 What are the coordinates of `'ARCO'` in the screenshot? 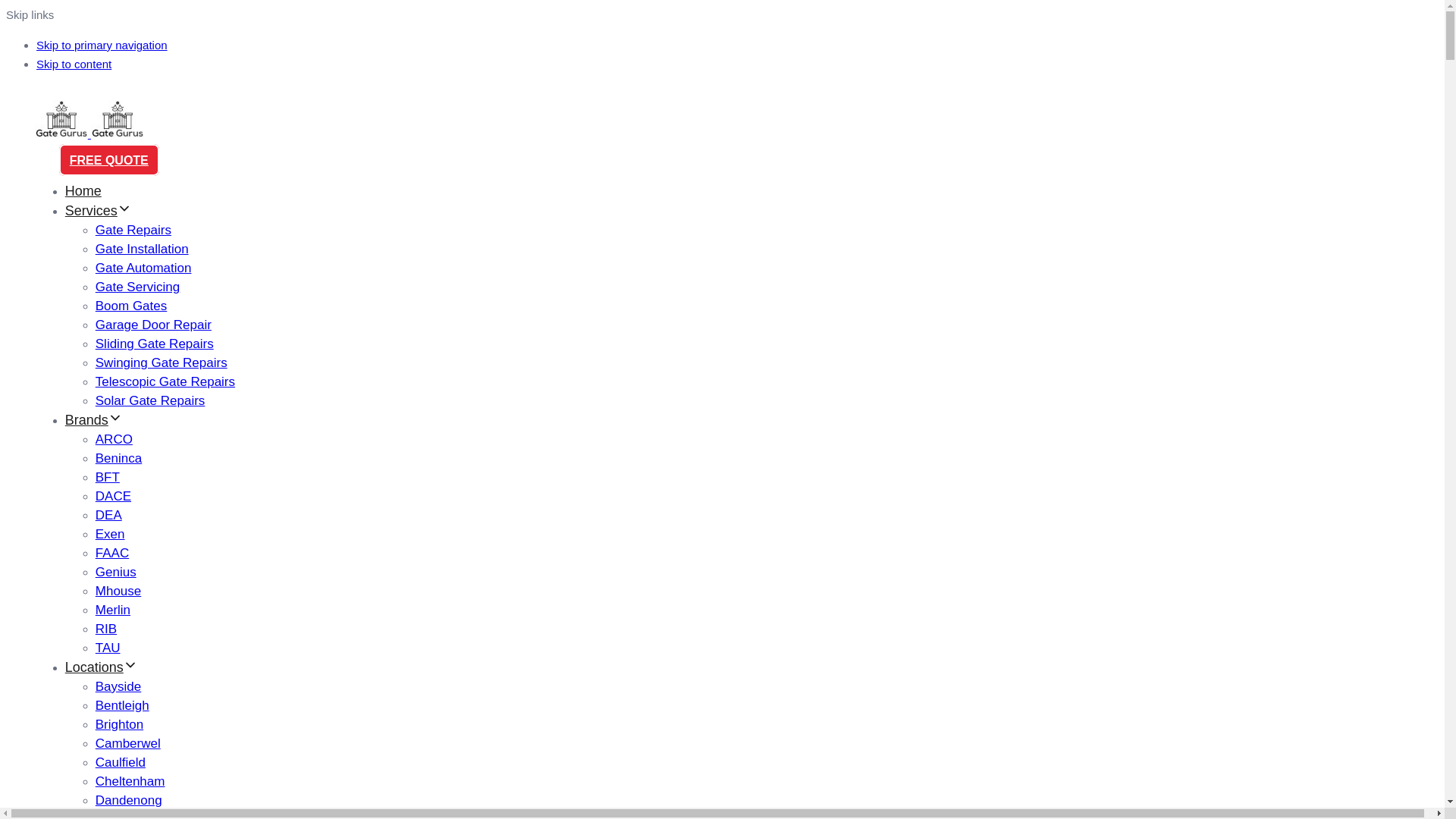 It's located at (113, 439).